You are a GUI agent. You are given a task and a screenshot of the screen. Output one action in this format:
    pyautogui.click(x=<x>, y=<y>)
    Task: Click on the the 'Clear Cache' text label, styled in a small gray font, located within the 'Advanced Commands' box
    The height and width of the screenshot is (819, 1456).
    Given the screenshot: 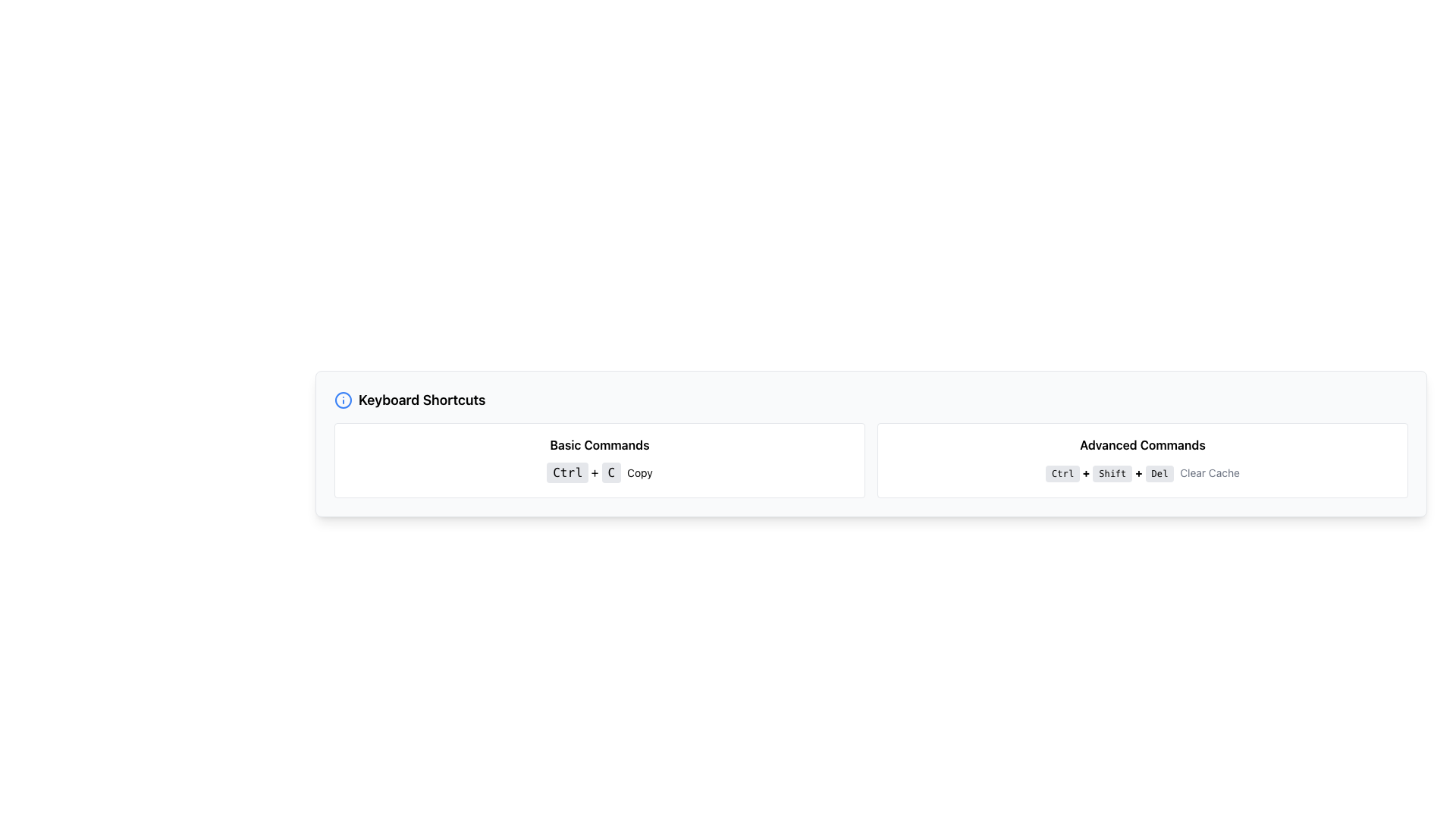 What is the action you would take?
    pyautogui.click(x=1209, y=472)
    